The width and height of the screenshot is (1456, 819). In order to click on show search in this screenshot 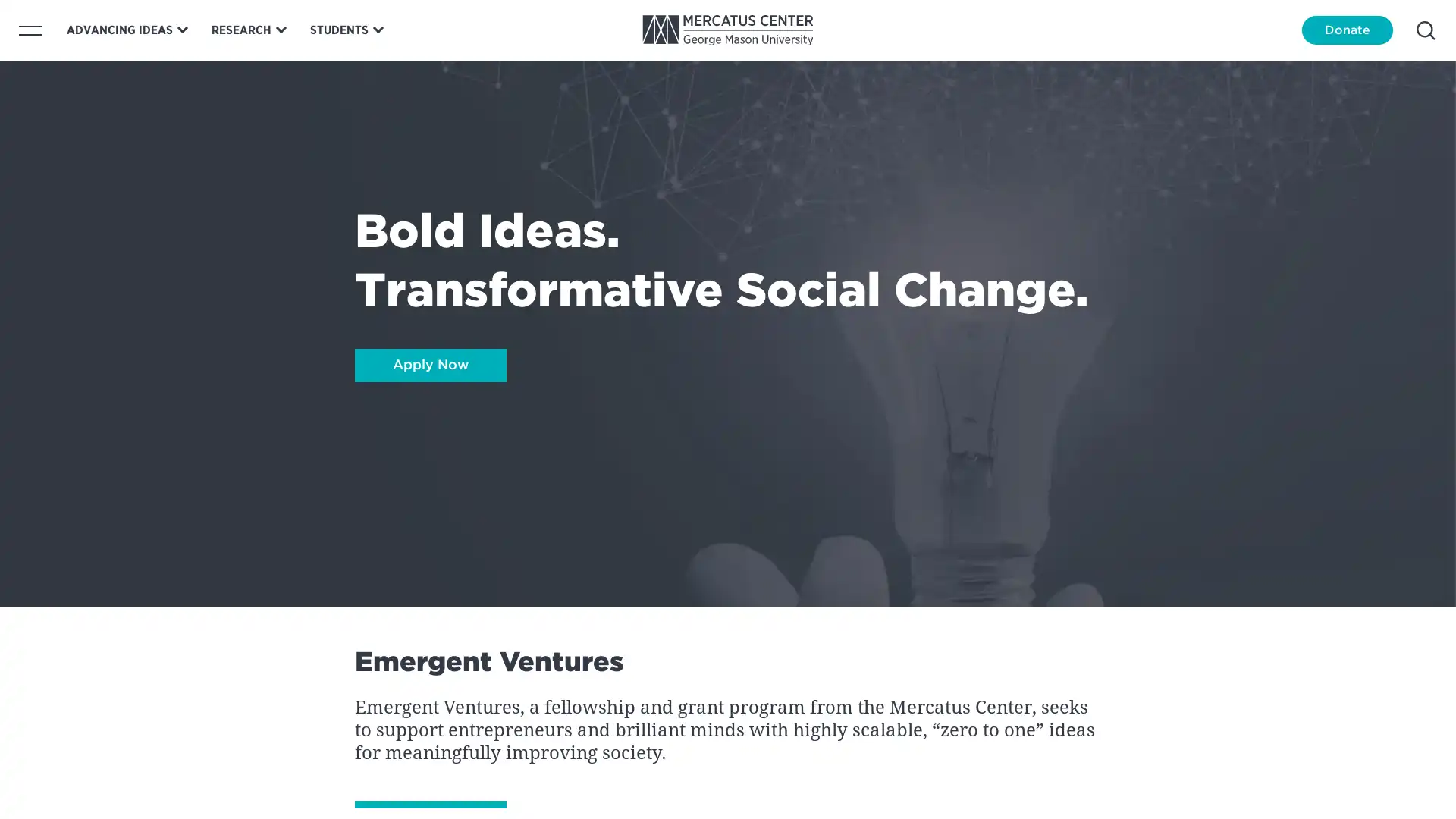, I will do `click(1425, 30)`.